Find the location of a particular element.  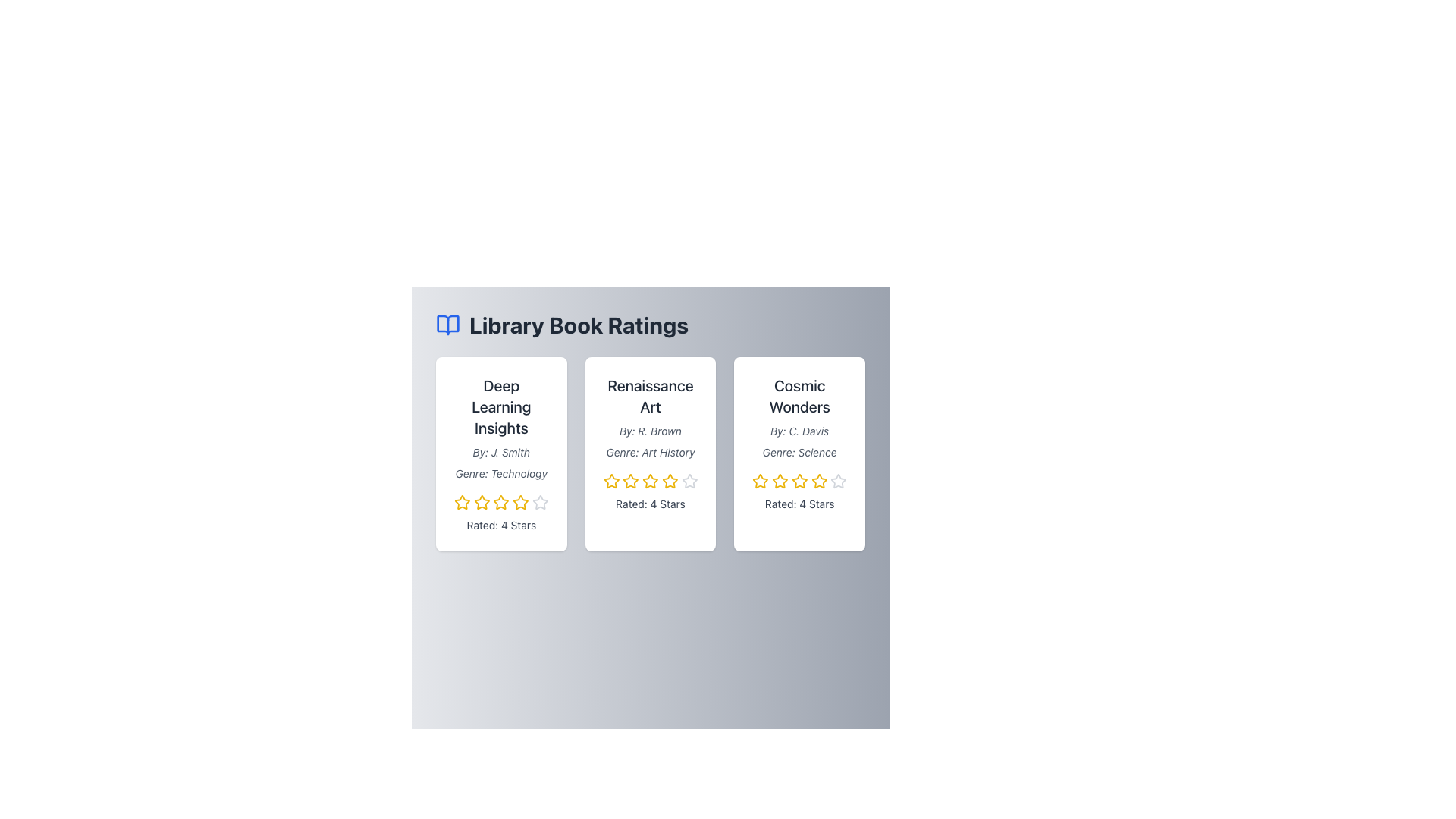

italicized text element that says 'Genre: Technology', which is positioned below the title 'Deep Learning Insights' and above the rating stars component is located at coordinates (501, 472).